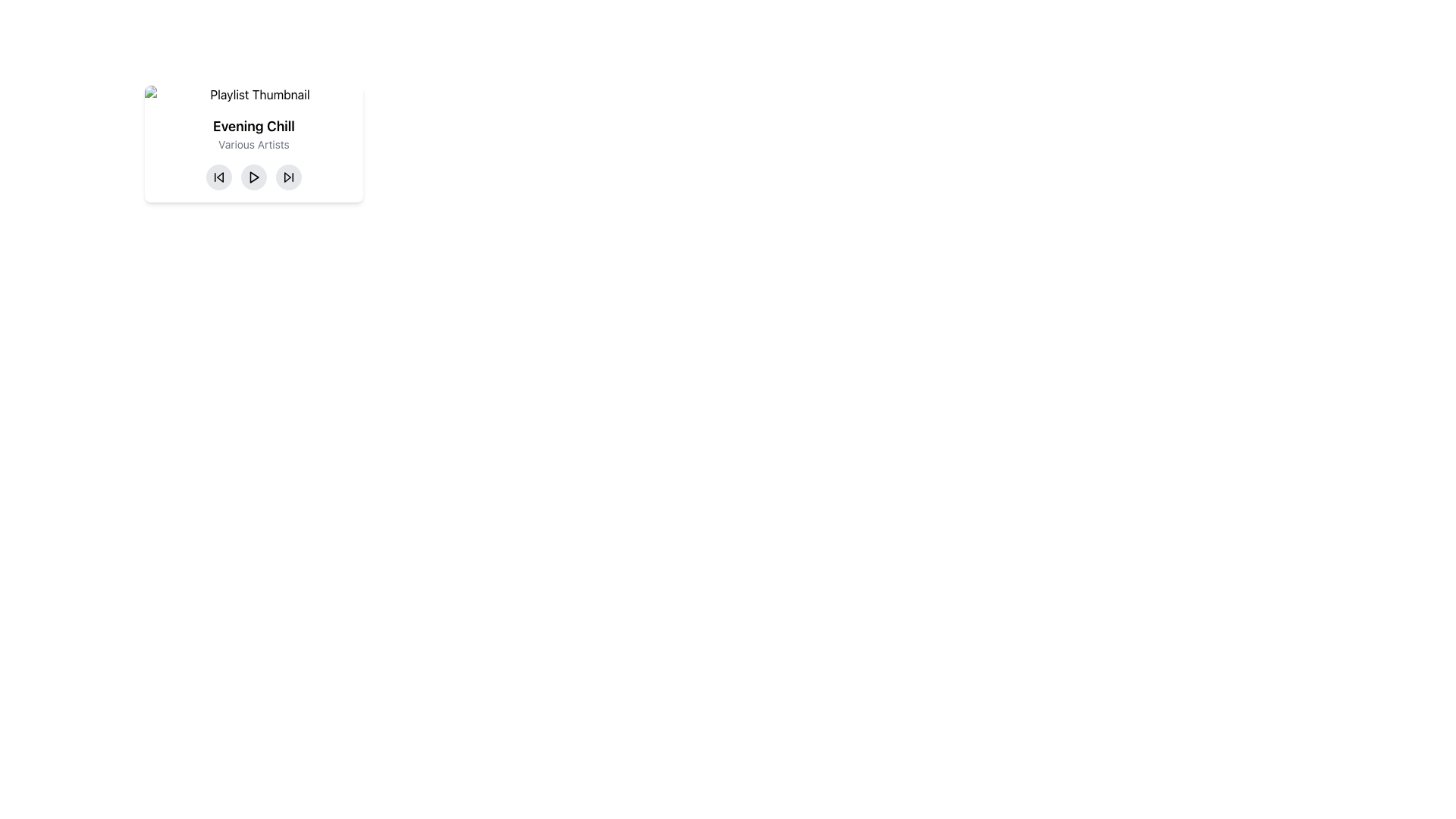 The width and height of the screenshot is (1456, 819). Describe the element at coordinates (218, 177) in the screenshot. I see `the 'Skip Backward' button located in the music playlist section, which is the first button from the left in the button group` at that location.